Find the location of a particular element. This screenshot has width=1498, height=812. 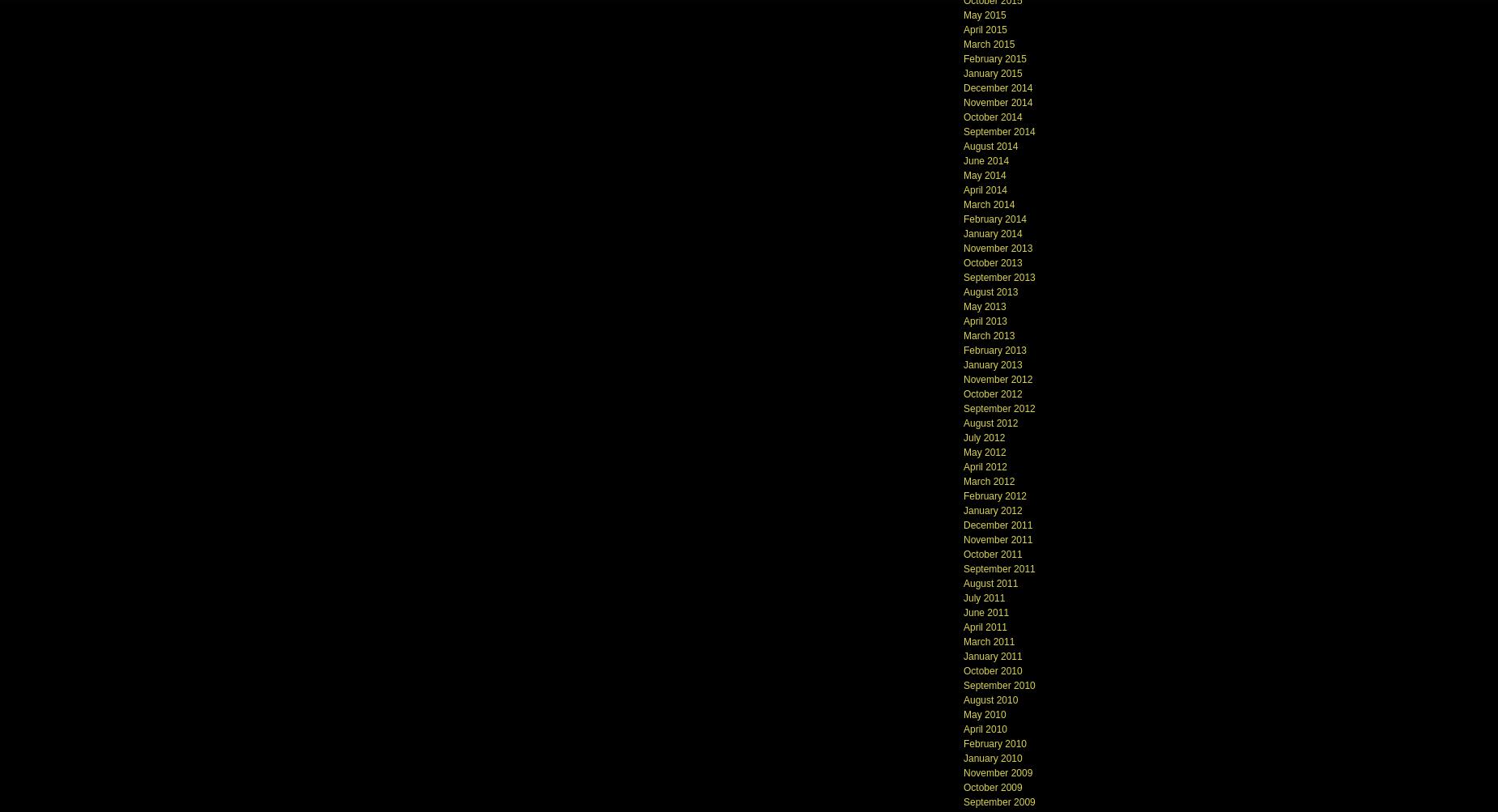

'December 2014' is located at coordinates (997, 87).